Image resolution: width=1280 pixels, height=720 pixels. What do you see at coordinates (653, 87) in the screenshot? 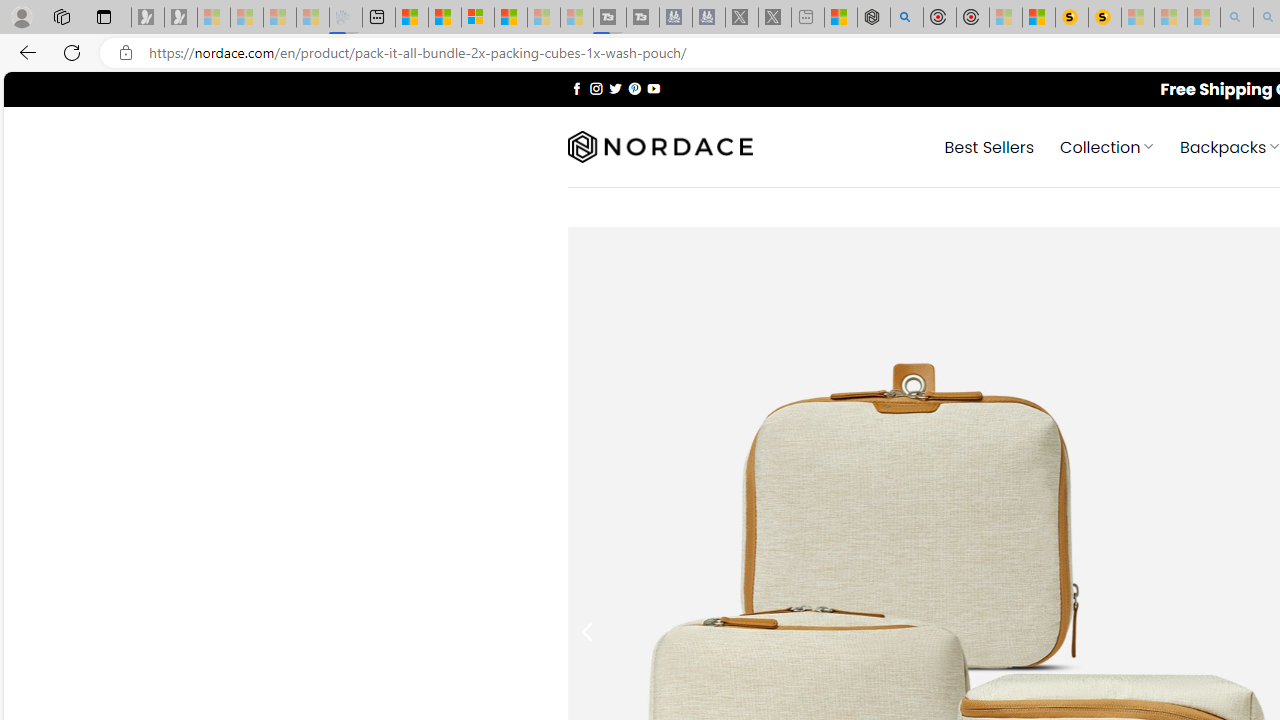
I see `'Follow on YouTube'` at bounding box center [653, 87].